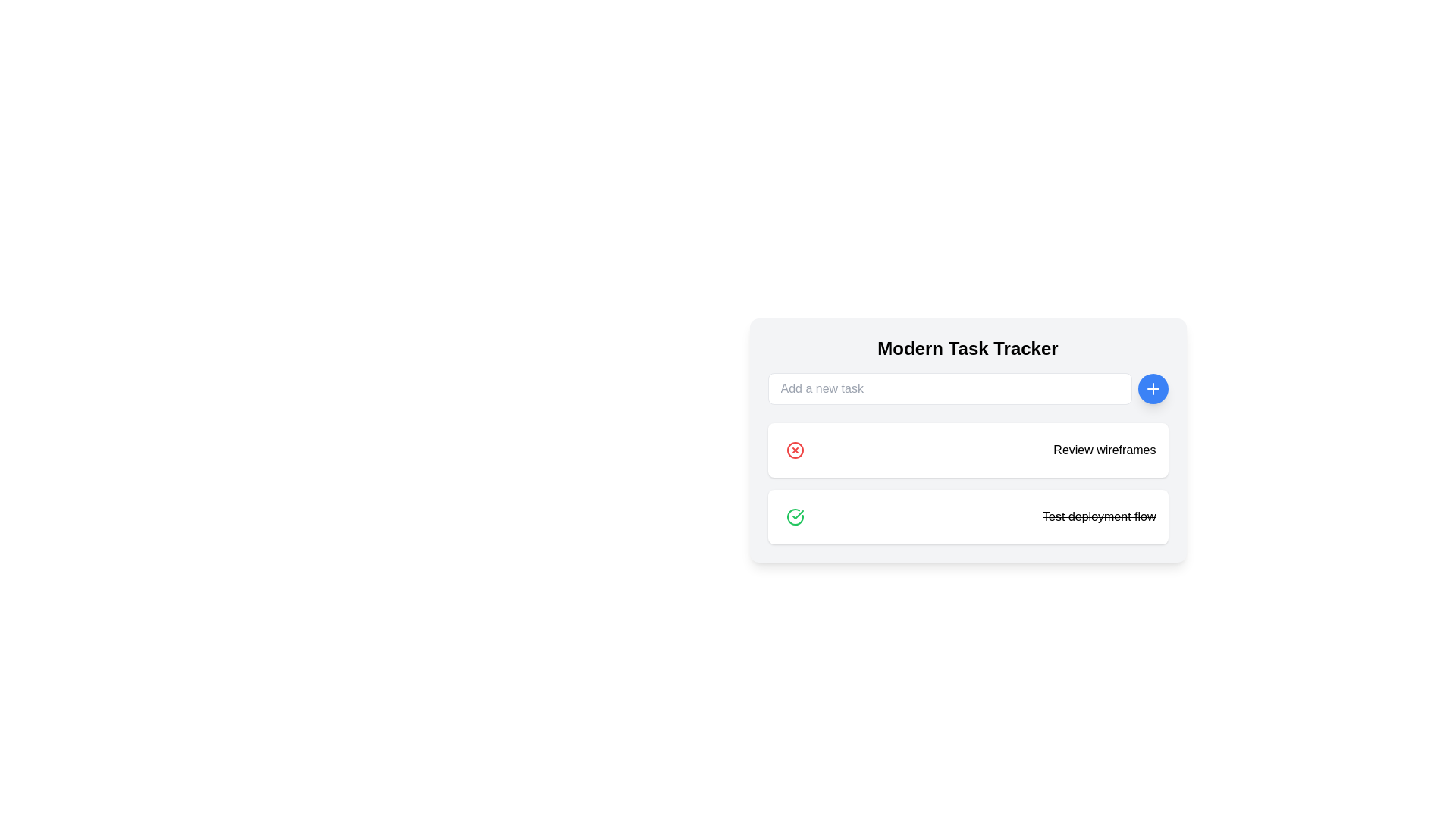 The width and height of the screenshot is (1456, 819). Describe the element at coordinates (794, 516) in the screenshot. I see `the interactive check icon located on the left within the task item below 'Review wireframes' and adjacent to 'Test deployment flow' which is styled with strikethrough text` at that location.